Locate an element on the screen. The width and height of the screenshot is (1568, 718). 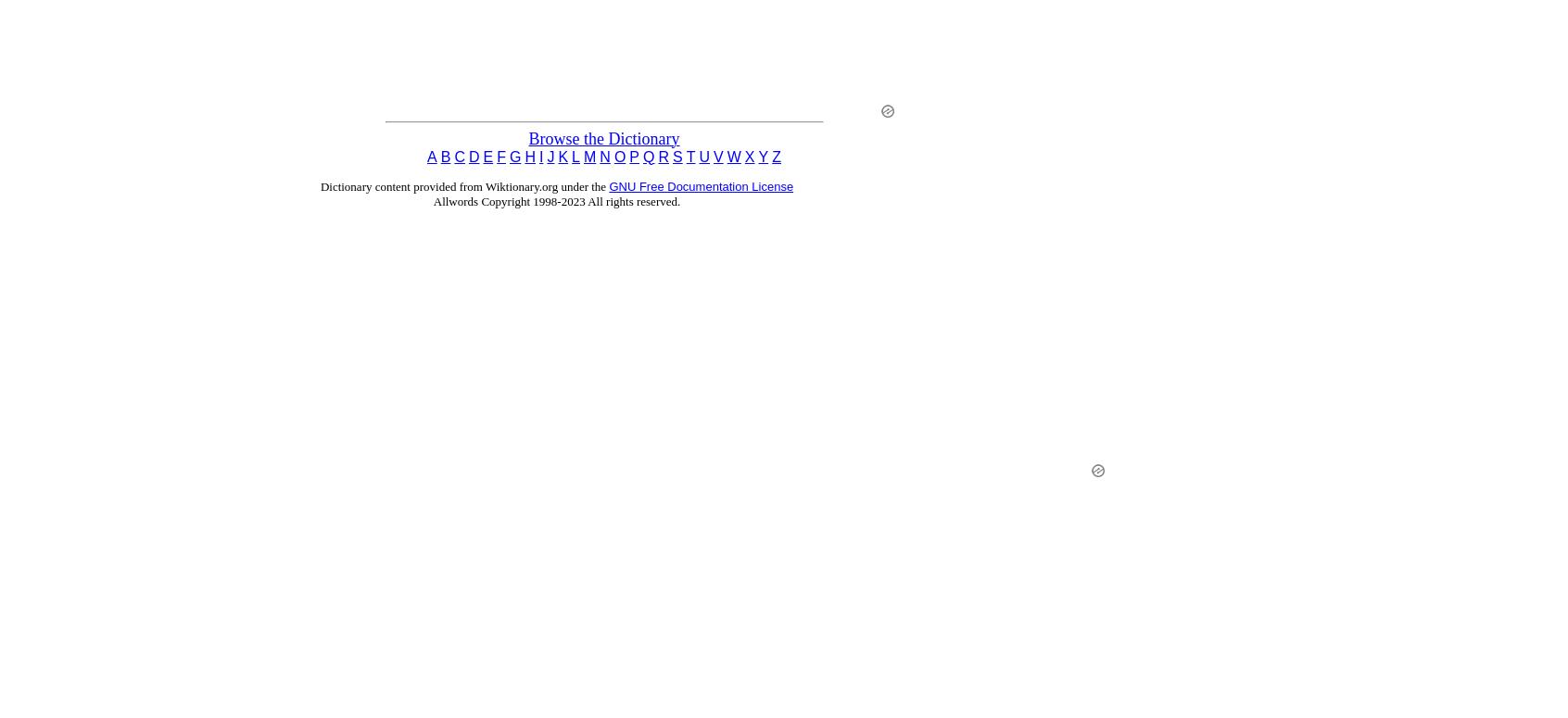
'X' is located at coordinates (749, 155).